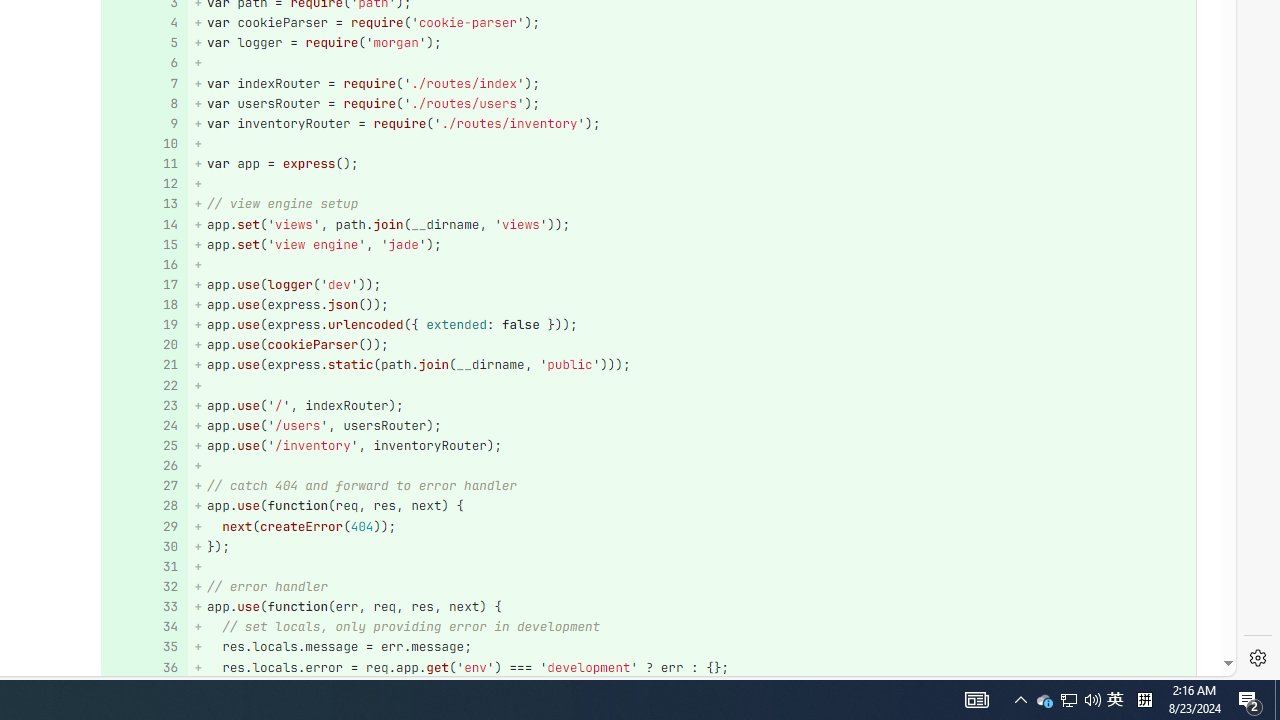  I want to click on 'Add a comment to this line 7', so click(143, 82).